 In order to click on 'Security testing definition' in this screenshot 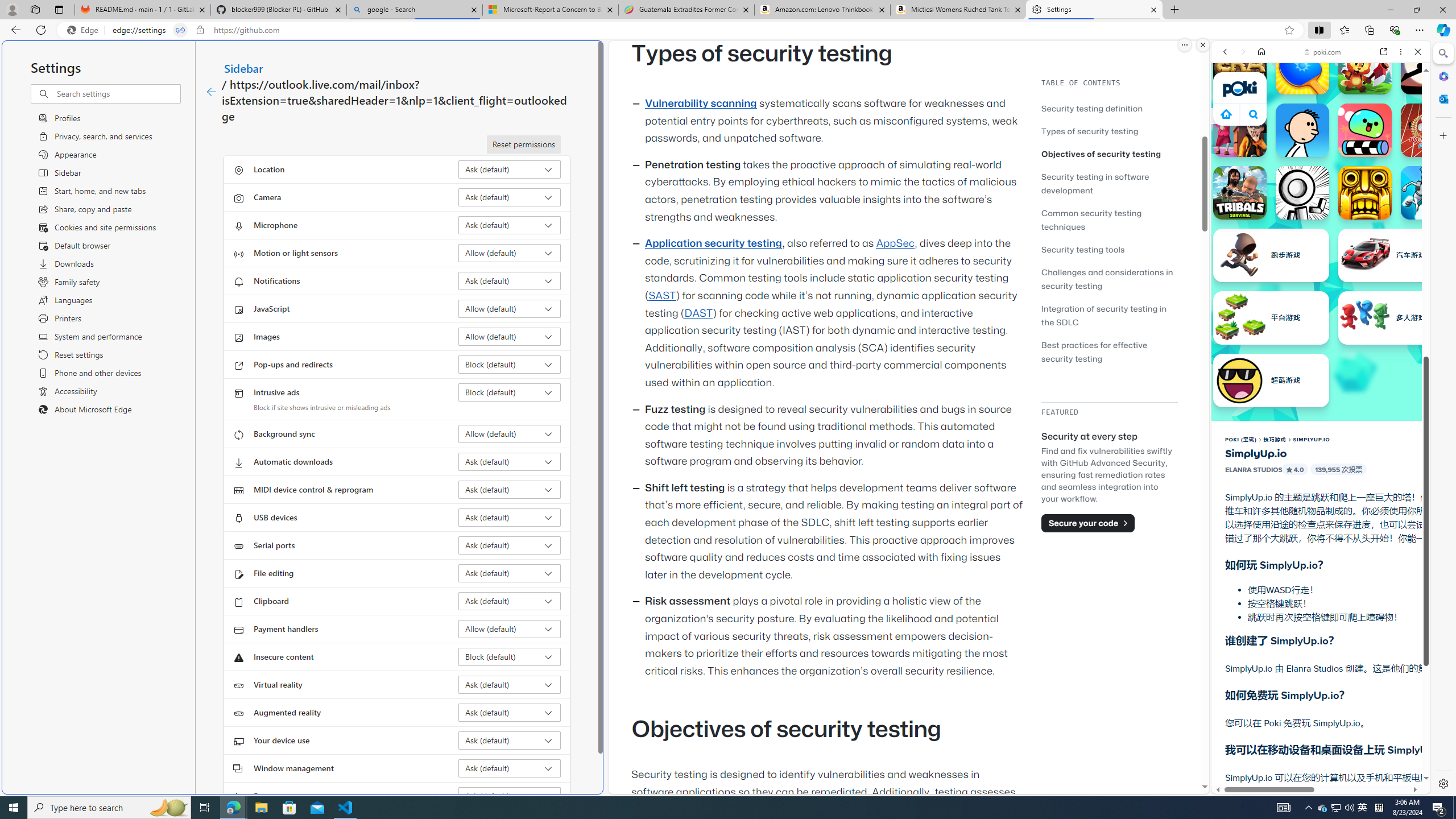, I will do `click(1108, 107)`.